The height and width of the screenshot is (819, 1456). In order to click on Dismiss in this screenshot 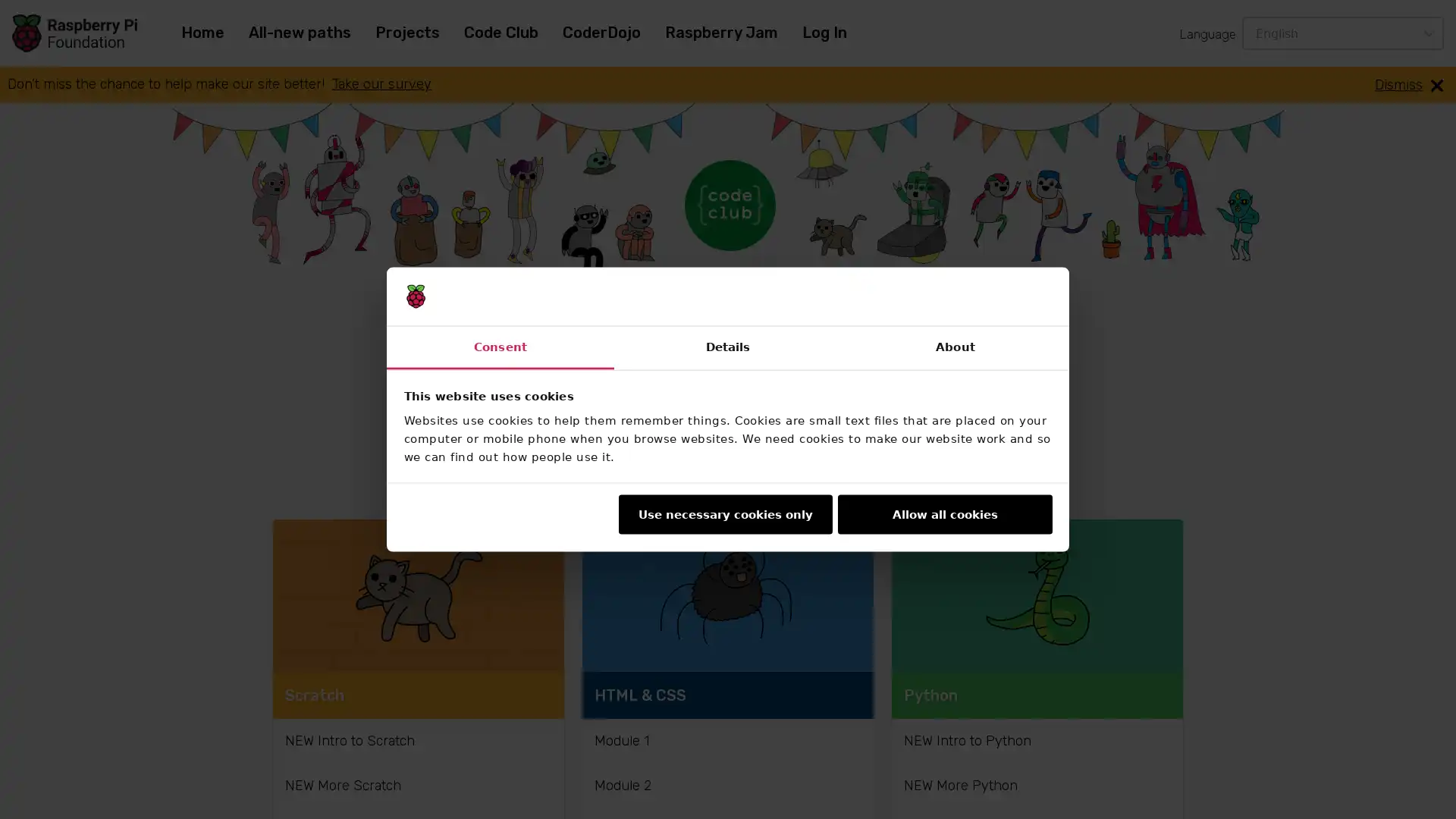, I will do `click(1408, 84)`.